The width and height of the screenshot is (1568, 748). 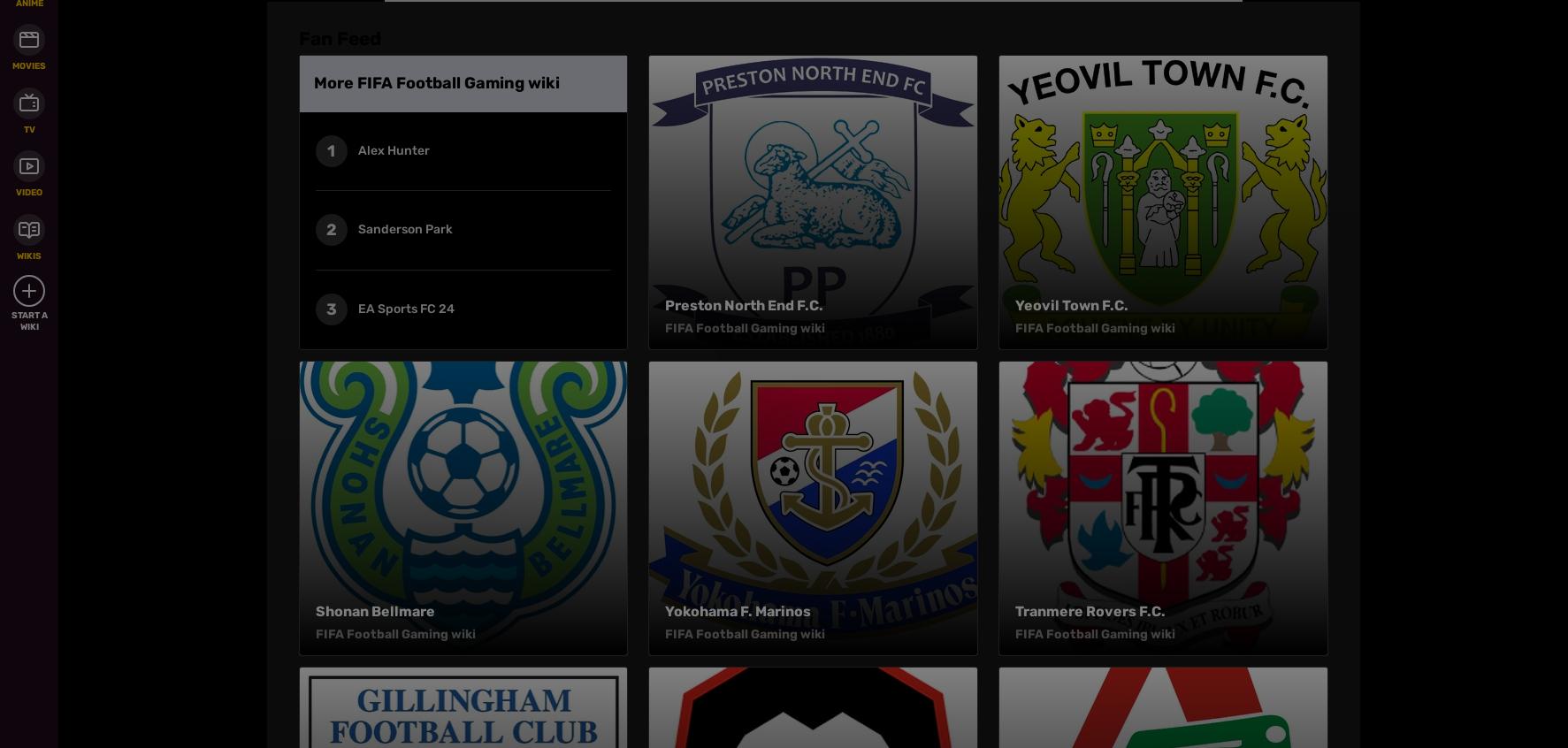 I want to click on 'Careers', so click(x=621, y=24).